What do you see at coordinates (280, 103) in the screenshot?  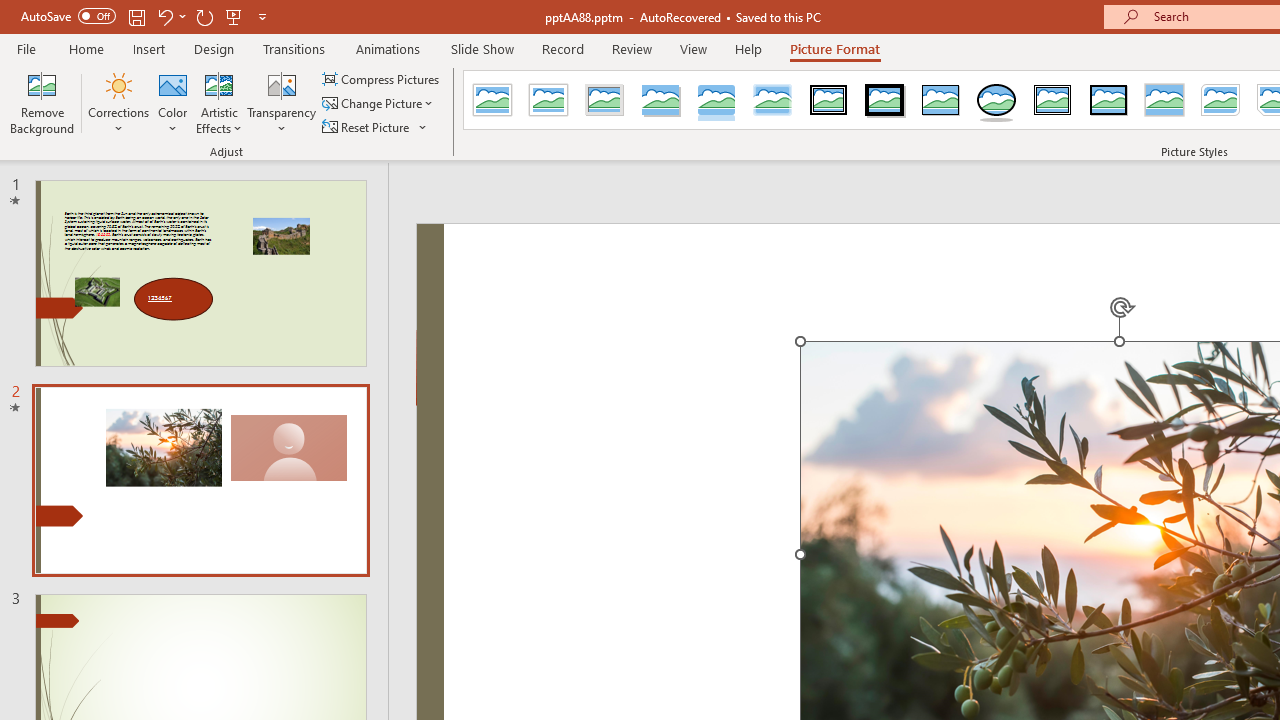 I see `'Transparency'` at bounding box center [280, 103].